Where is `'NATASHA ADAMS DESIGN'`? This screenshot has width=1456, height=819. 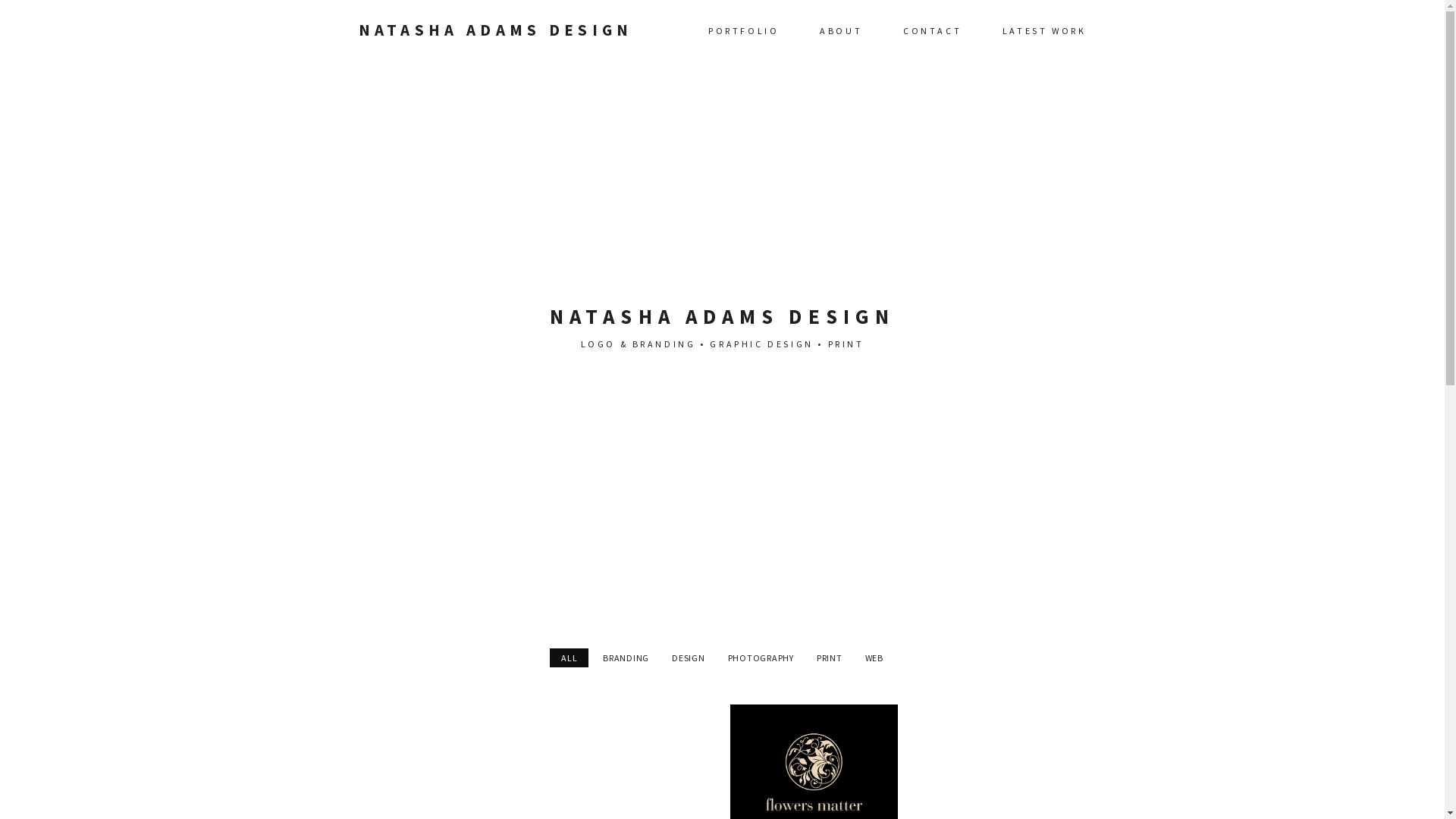
'NATASHA ADAMS DESIGN' is located at coordinates (494, 30).